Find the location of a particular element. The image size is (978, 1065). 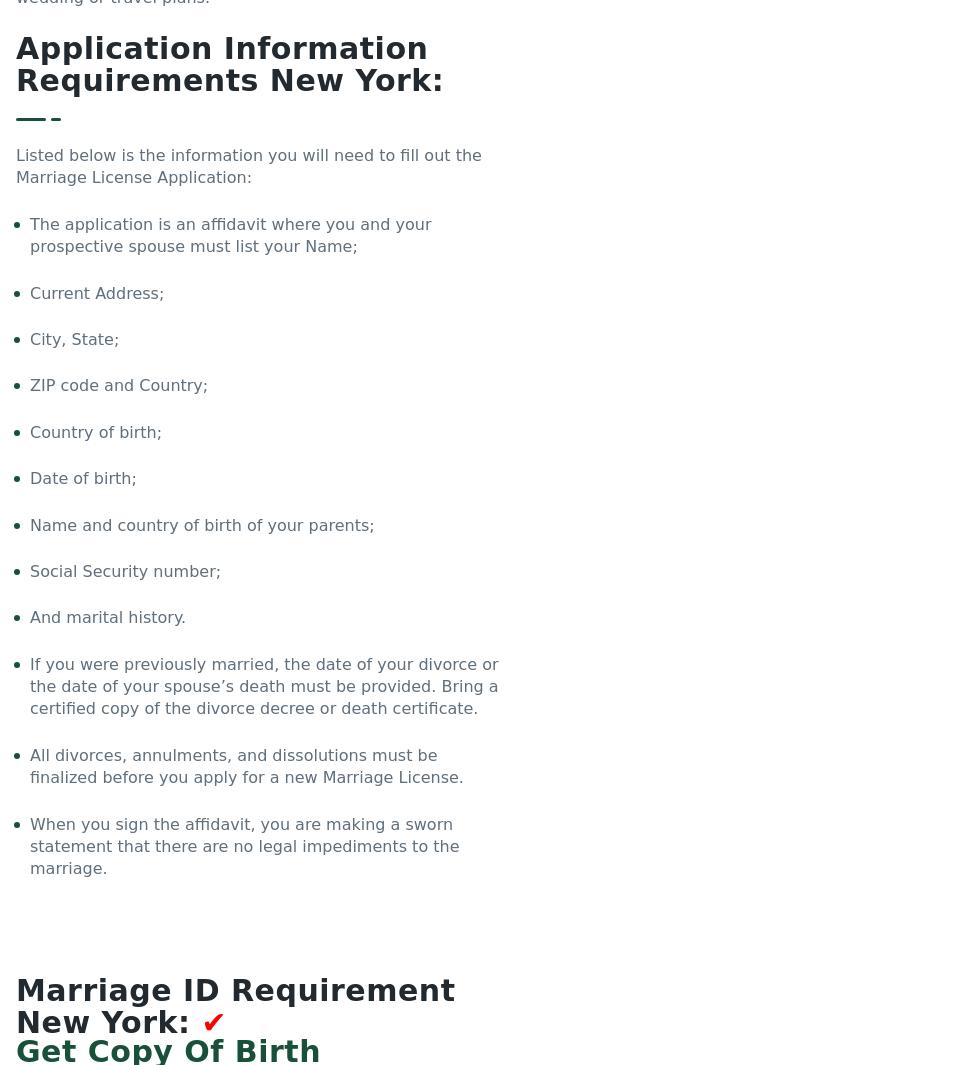

'Listed below is the information you will need to fill out the Marriage License Application:' is located at coordinates (247, 165).